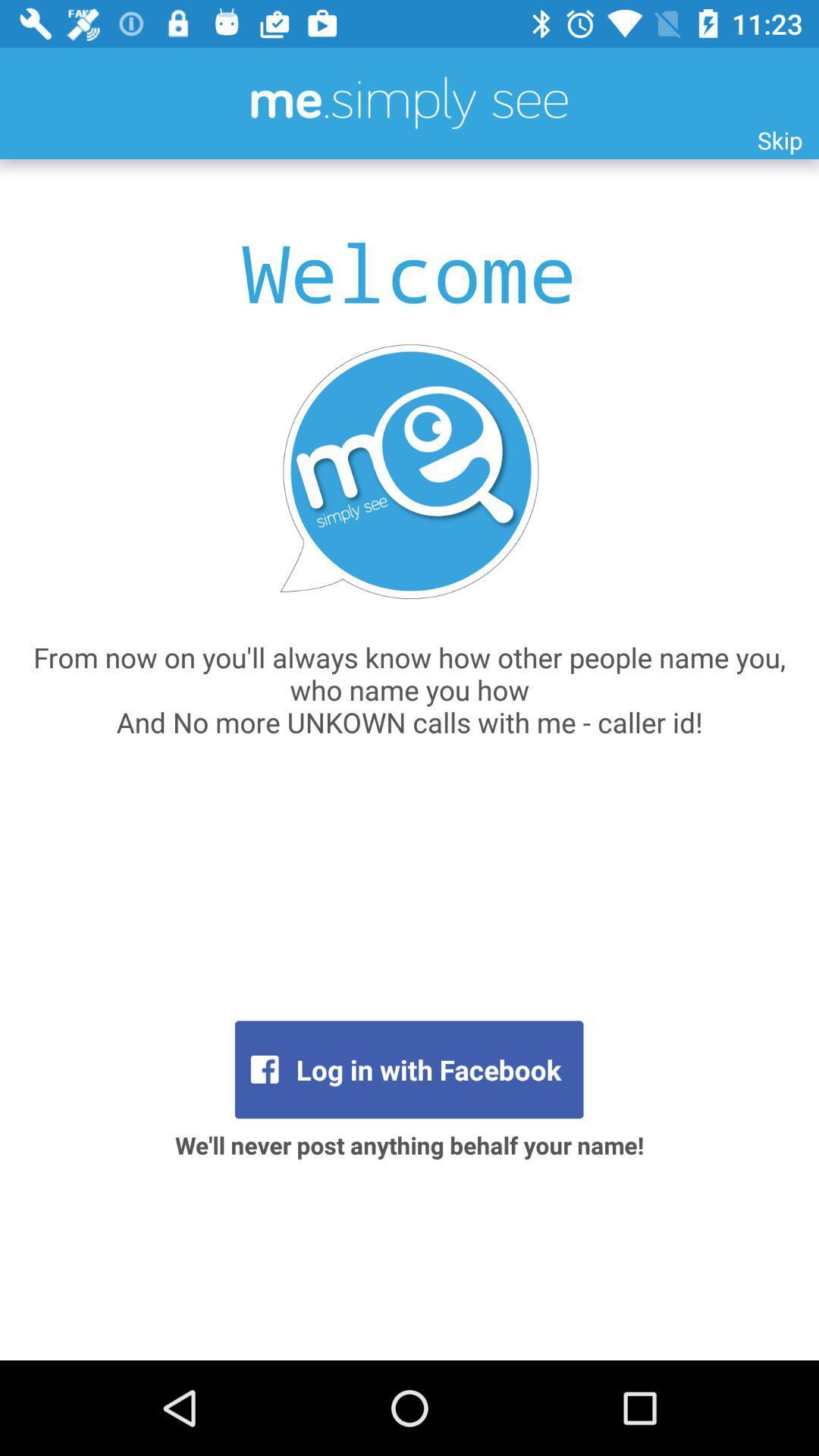 This screenshot has width=819, height=1456. I want to click on item below from now on item, so click(408, 1068).